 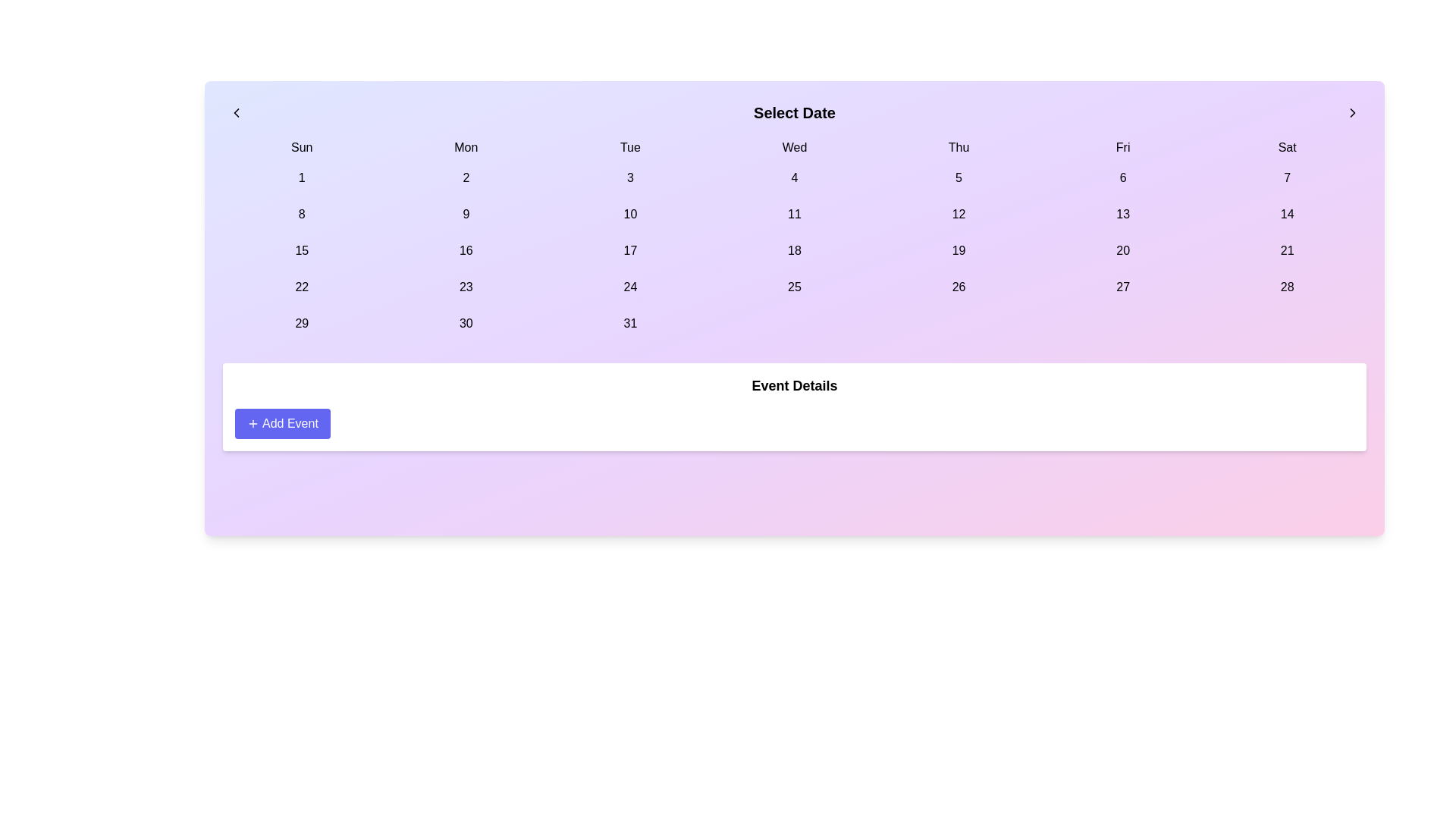 What do you see at coordinates (302, 250) in the screenshot?
I see `the calendar date button representing the date '15' located in the third row's first column of the calendar grid` at bounding box center [302, 250].